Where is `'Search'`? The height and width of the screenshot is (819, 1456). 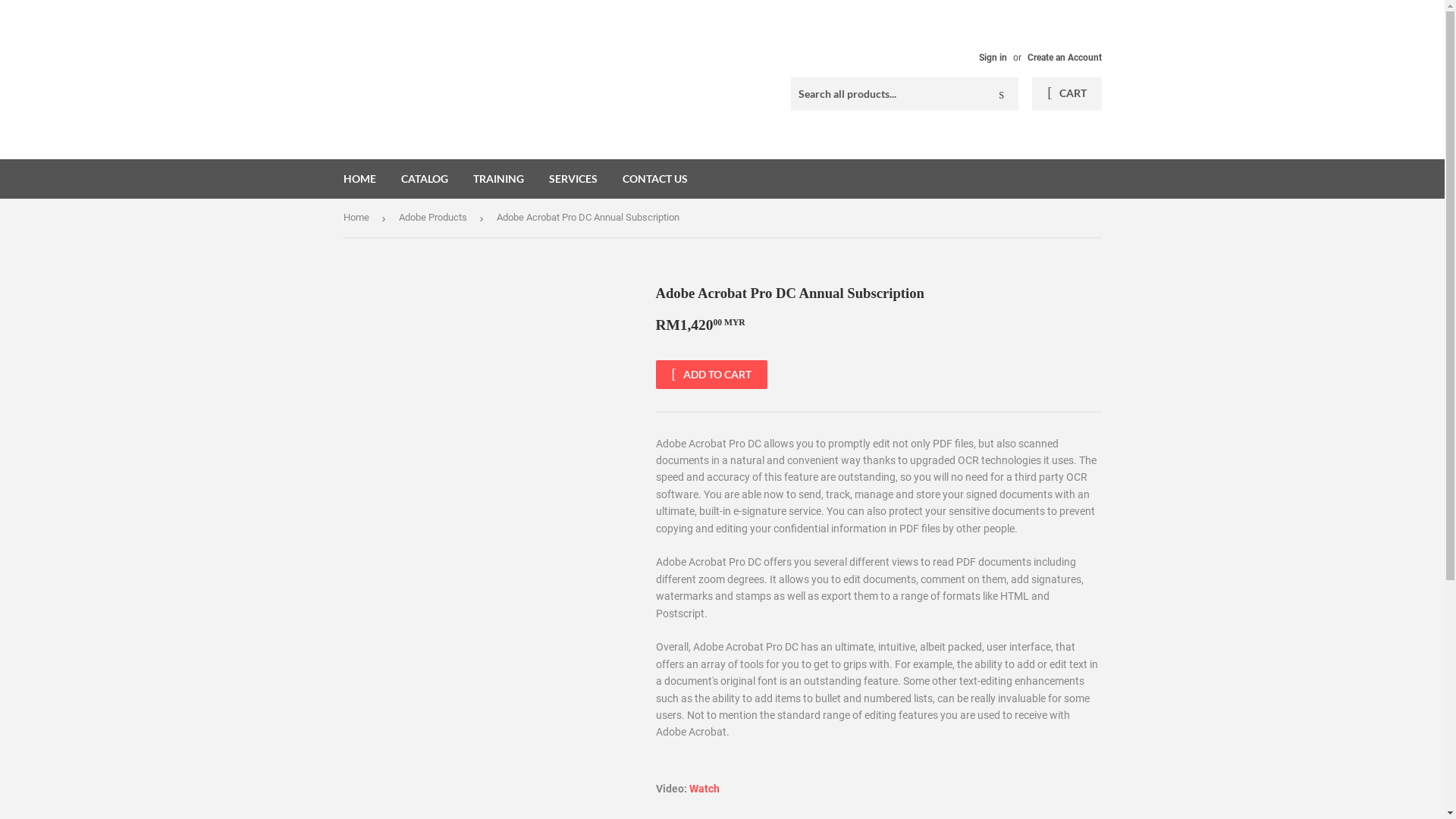 'Search' is located at coordinates (1001, 94).